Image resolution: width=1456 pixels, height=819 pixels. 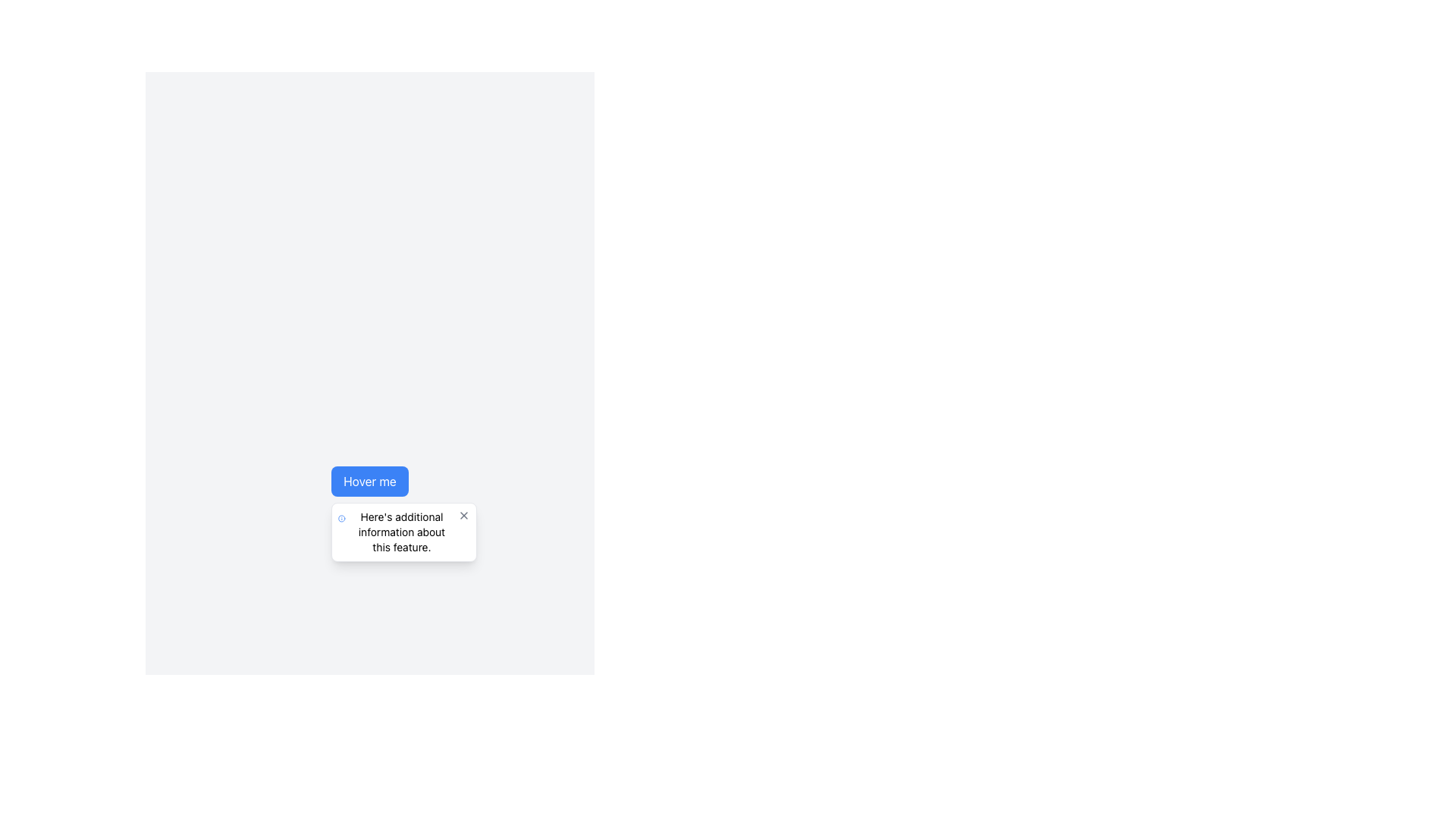 What do you see at coordinates (463, 514) in the screenshot?
I see `the close button for the tooltip, located at the right side of the accompanying text block, to change its color` at bounding box center [463, 514].